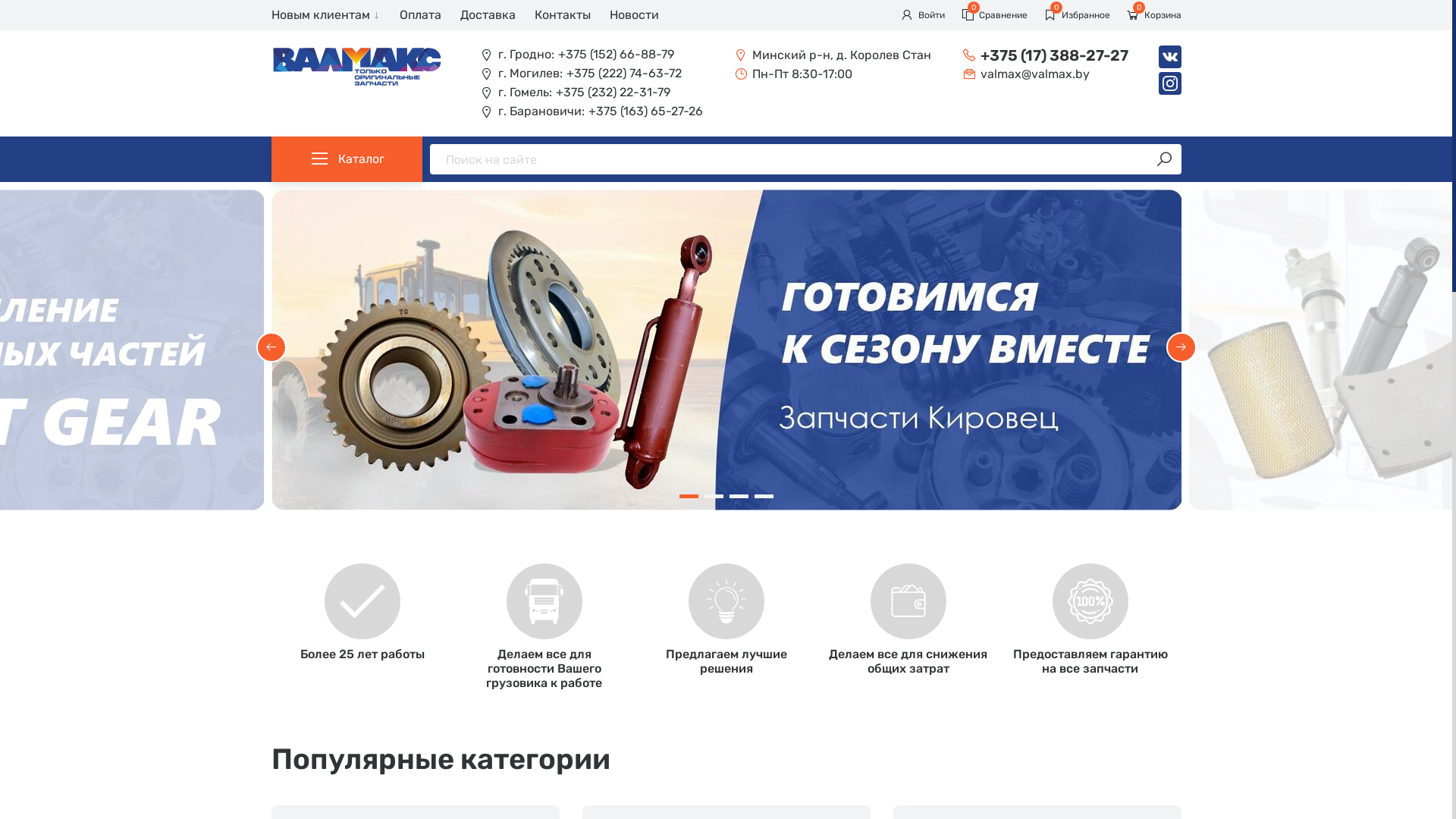  Describe the element at coordinates (1043, 54) in the screenshot. I see `'+375 (17) 388-27-27'` at that location.